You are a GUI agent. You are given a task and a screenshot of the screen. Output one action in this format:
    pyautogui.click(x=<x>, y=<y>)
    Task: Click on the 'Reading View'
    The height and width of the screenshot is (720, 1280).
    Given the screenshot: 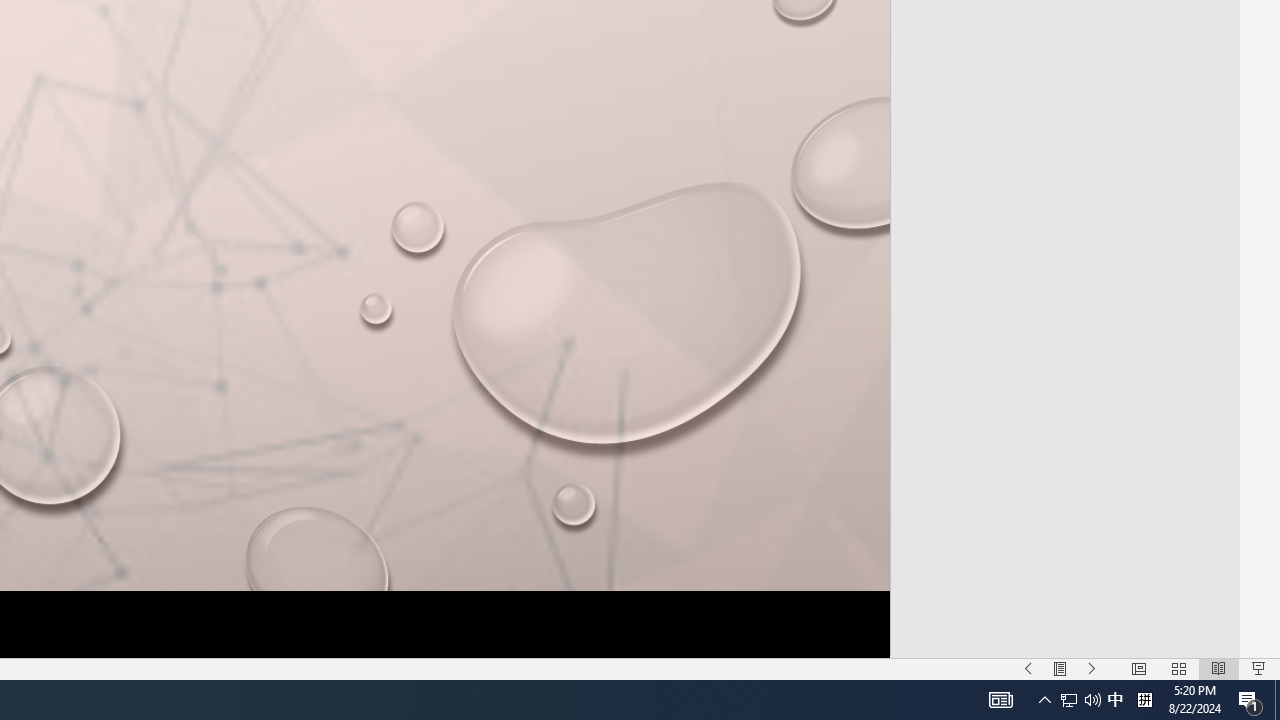 What is the action you would take?
    pyautogui.click(x=1218, y=669)
    